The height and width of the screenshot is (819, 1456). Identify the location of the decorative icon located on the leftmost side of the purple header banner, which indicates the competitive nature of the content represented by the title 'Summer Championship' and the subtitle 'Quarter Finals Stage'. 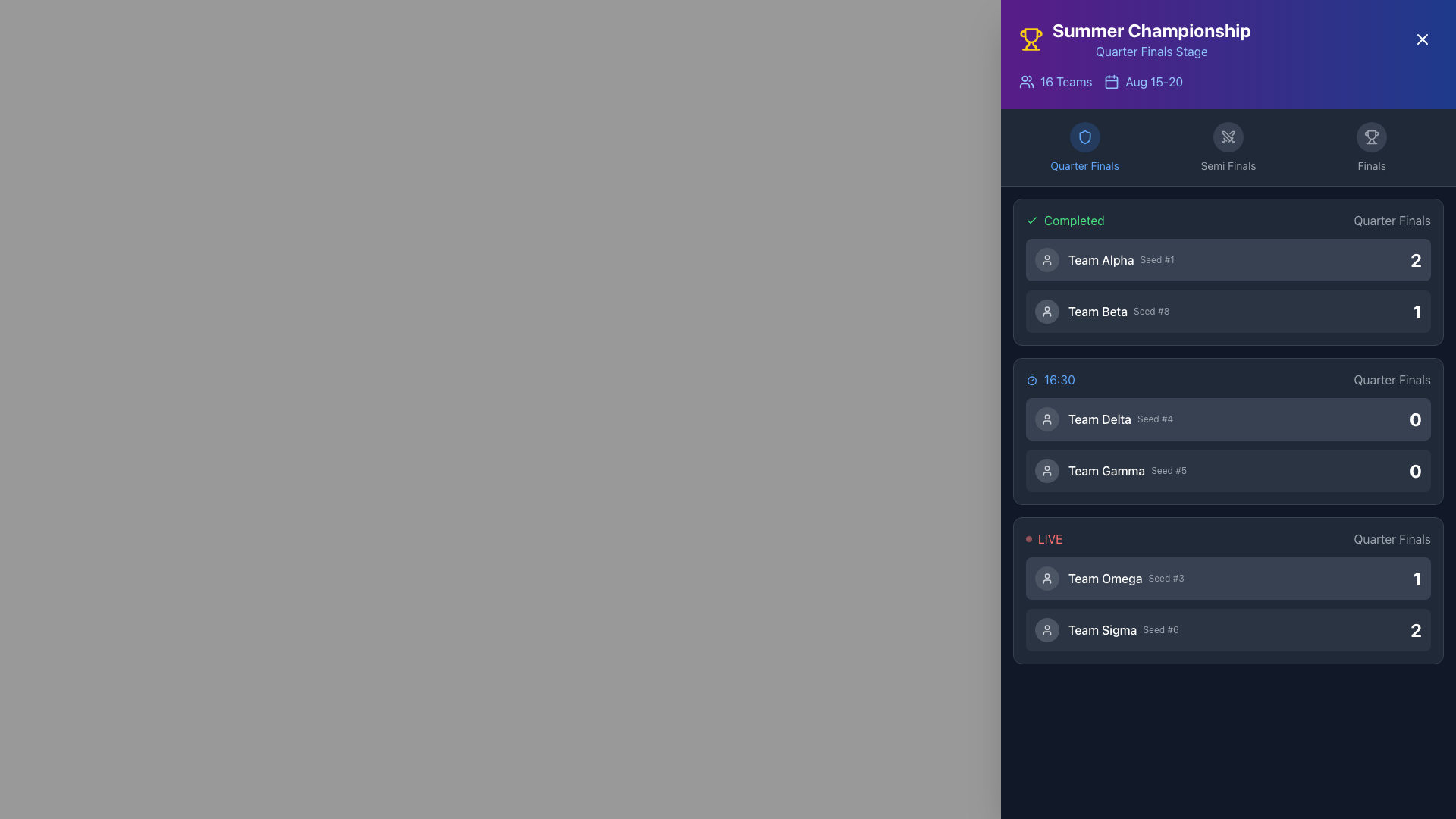
(1031, 38).